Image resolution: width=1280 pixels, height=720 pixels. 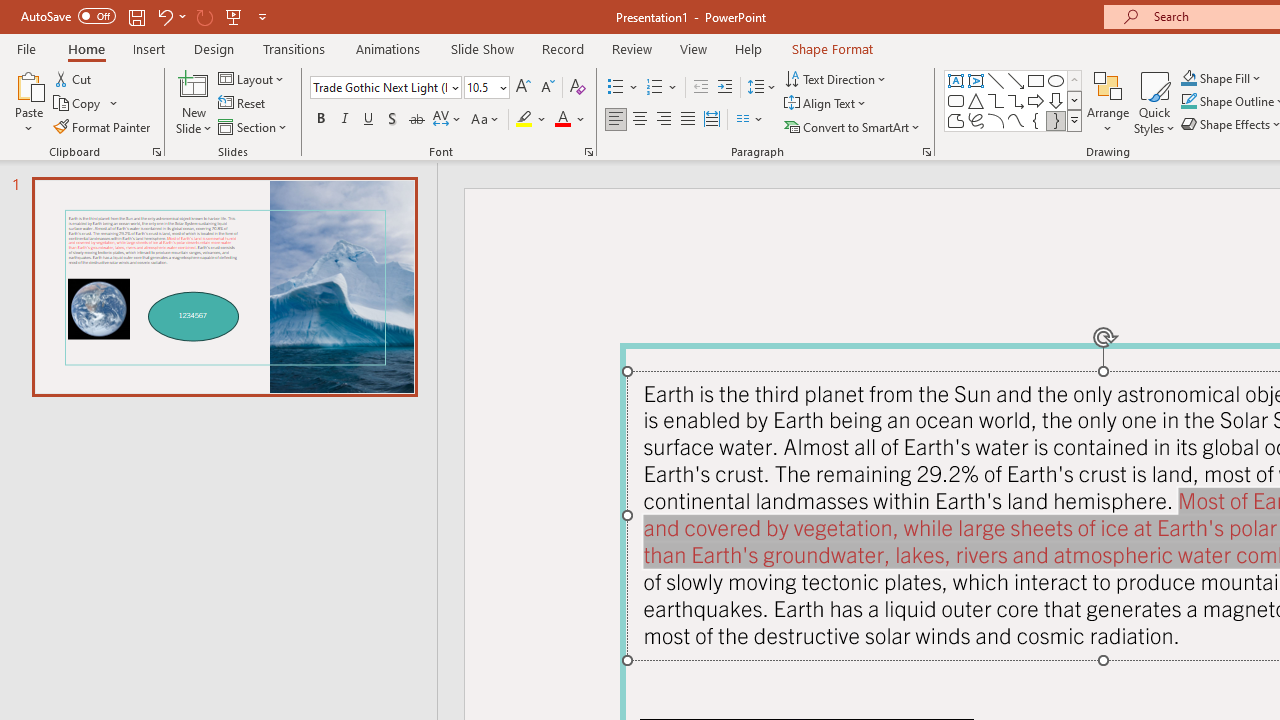 What do you see at coordinates (700, 86) in the screenshot?
I see `'Decrease Indent'` at bounding box center [700, 86].